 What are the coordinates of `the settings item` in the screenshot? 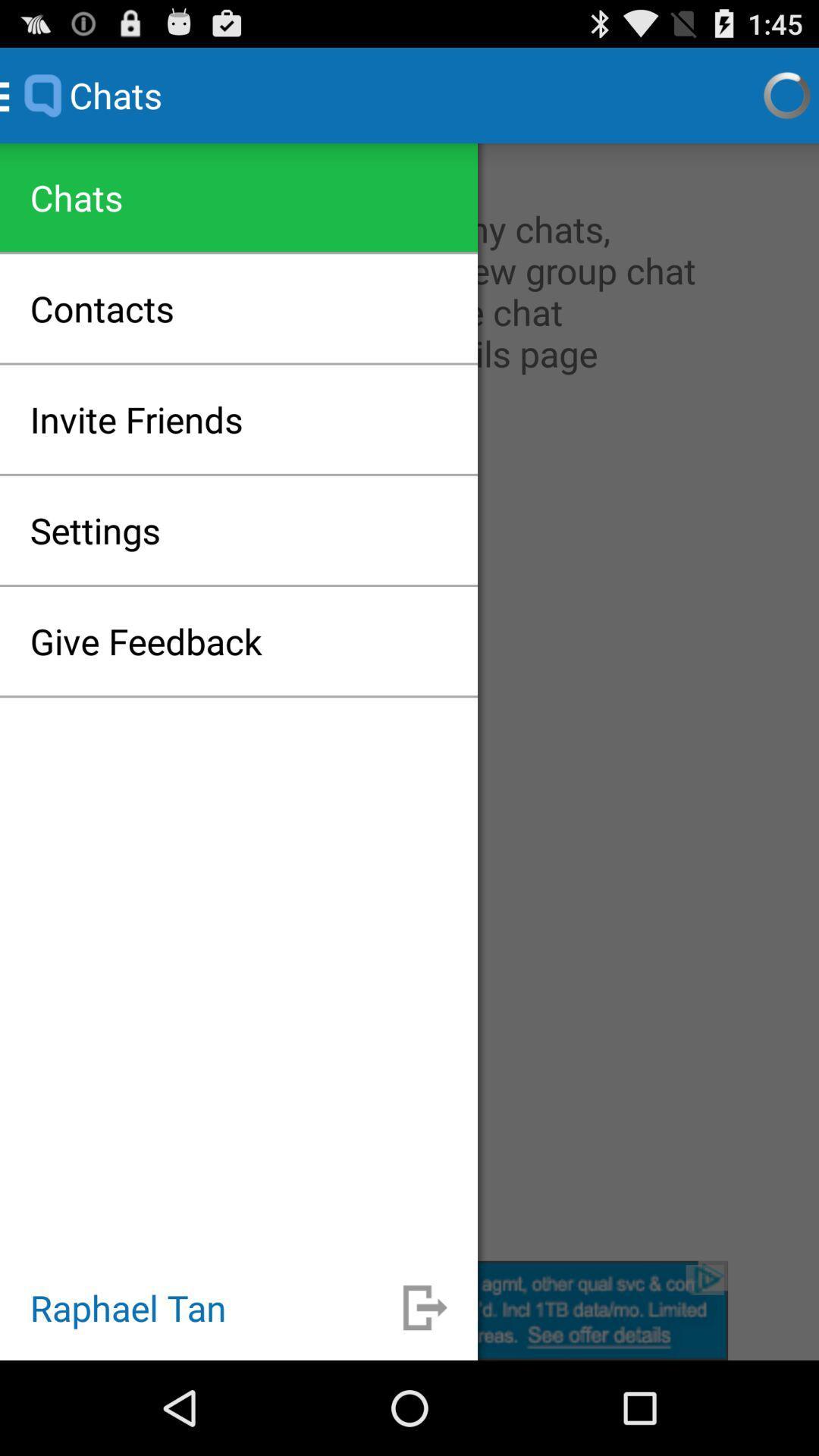 It's located at (95, 530).